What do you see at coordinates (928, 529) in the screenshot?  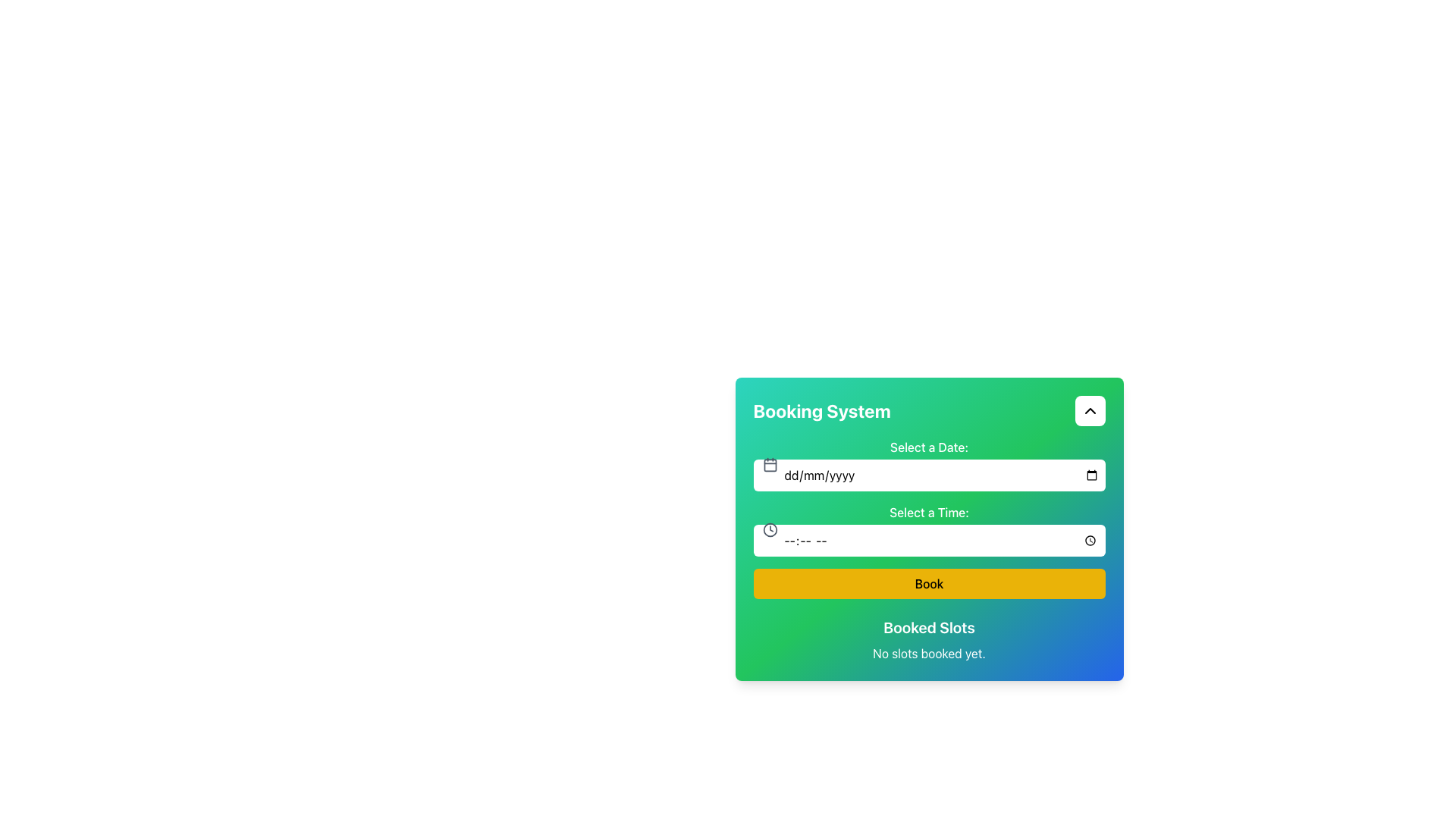 I see `a time from the dropdown menu of the Time-selection input field located under the 'Select a Date:' input field in the 'Booking System' interface` at bounding box center [928, 529].